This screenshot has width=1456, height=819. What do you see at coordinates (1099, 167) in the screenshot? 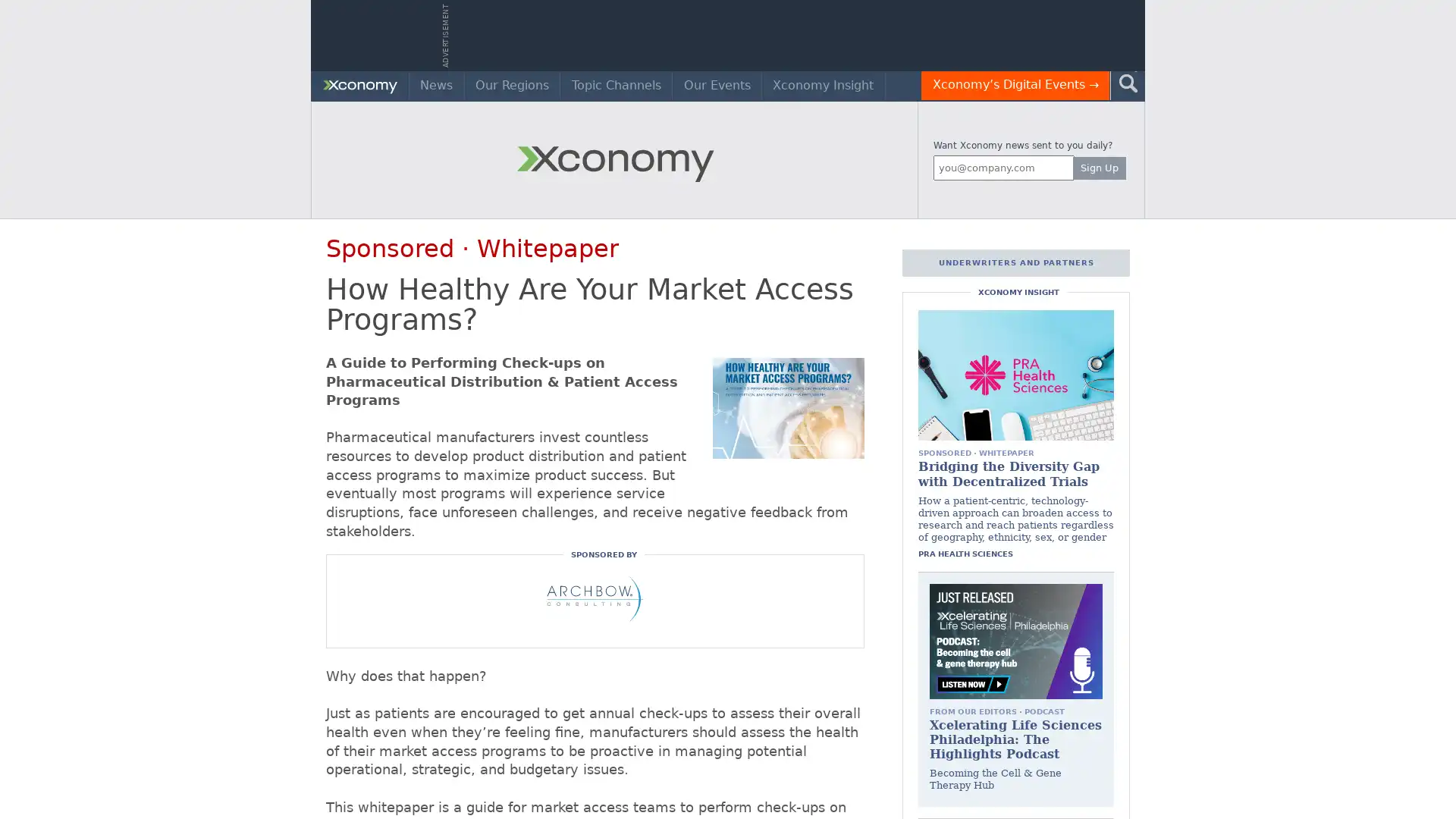
I see `Sign Up` at bounding box center [1099, 167].